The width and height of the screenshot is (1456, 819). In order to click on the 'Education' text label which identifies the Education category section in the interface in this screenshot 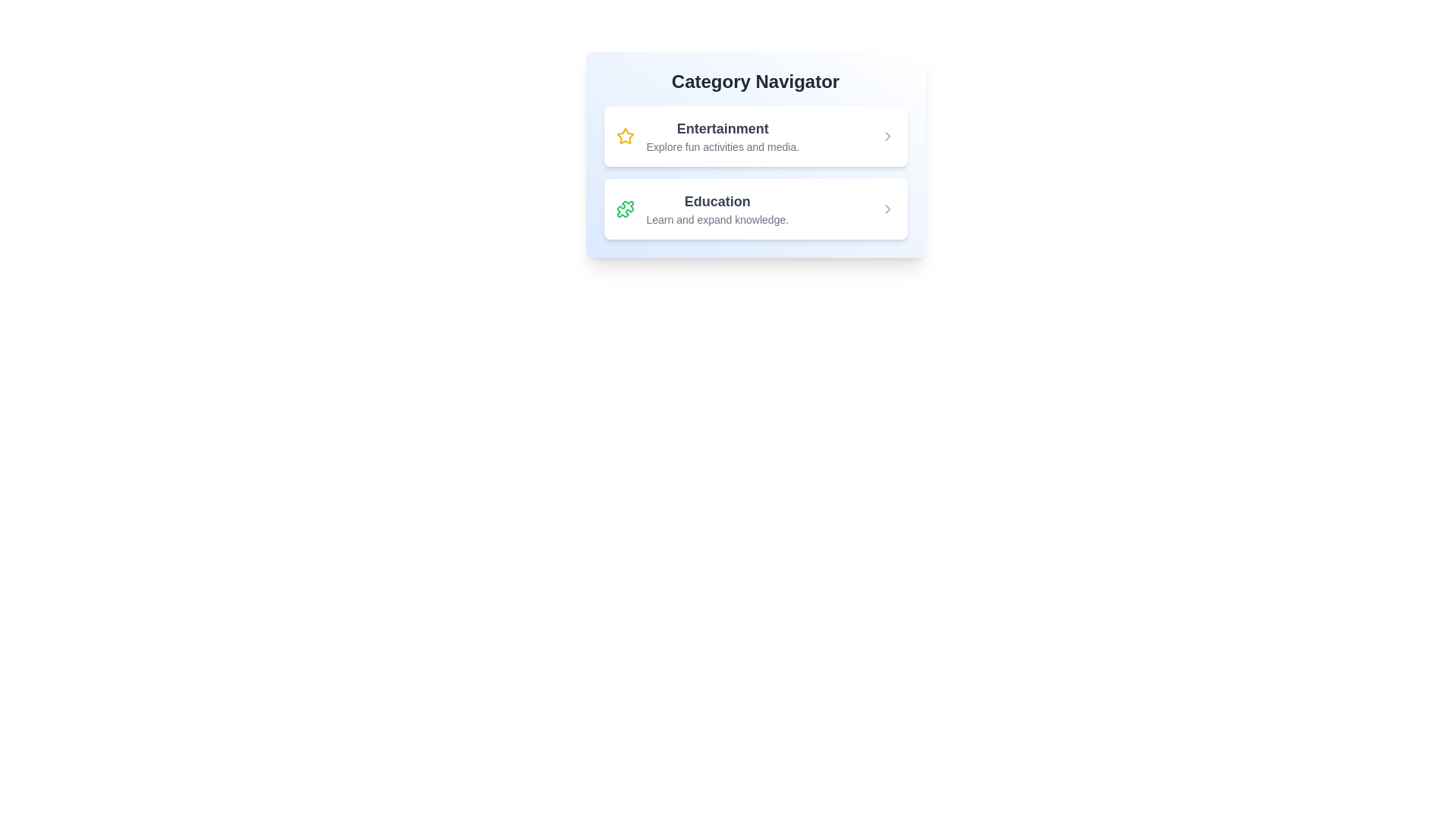, I will do `click(717, 201)`.